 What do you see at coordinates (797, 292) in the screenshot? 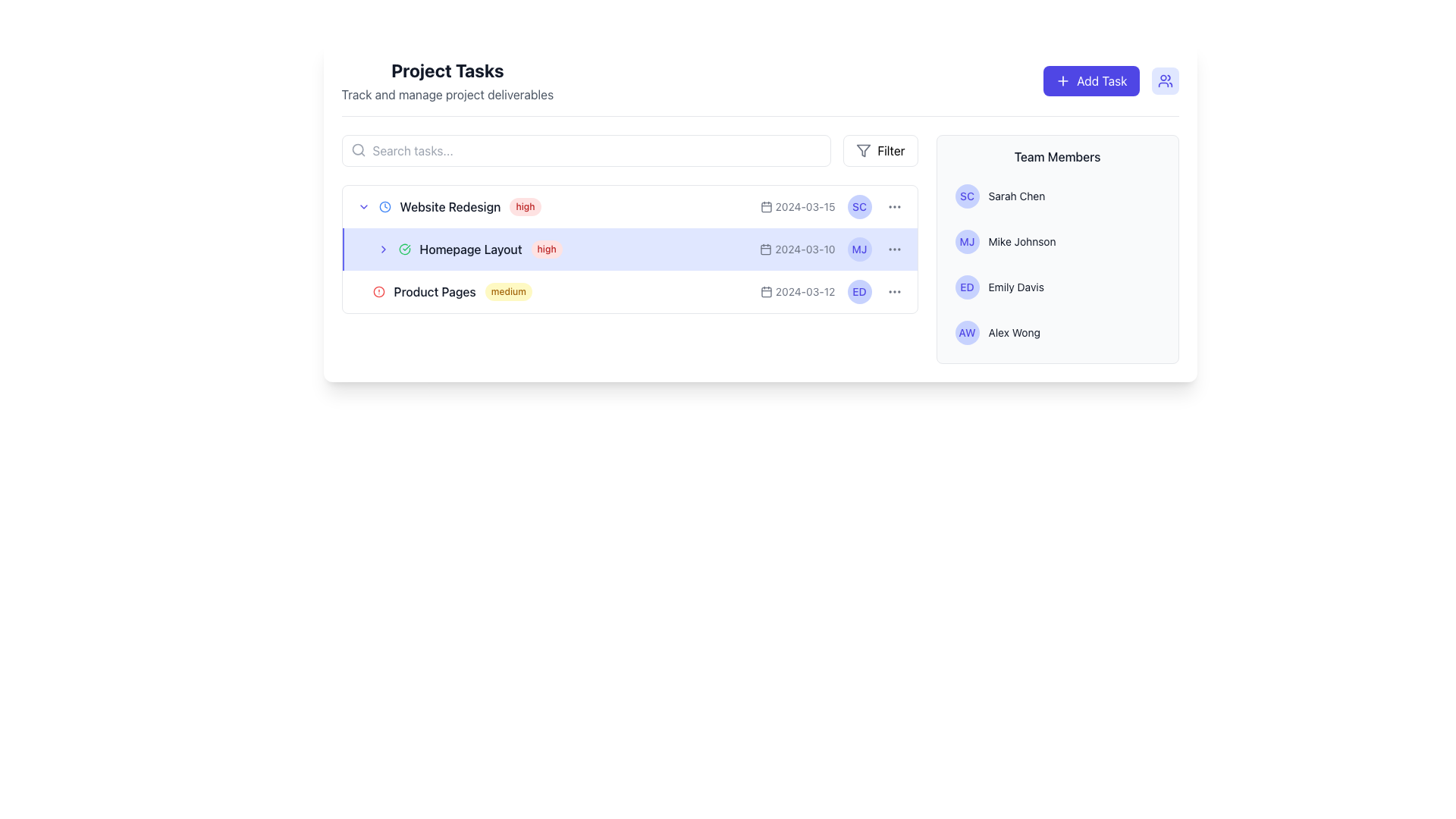
I see `the date label for the 'Product Pages' task, which is located in the third row of the list, to the right of the row's title and priority tag` at bounding box center [797, 292].